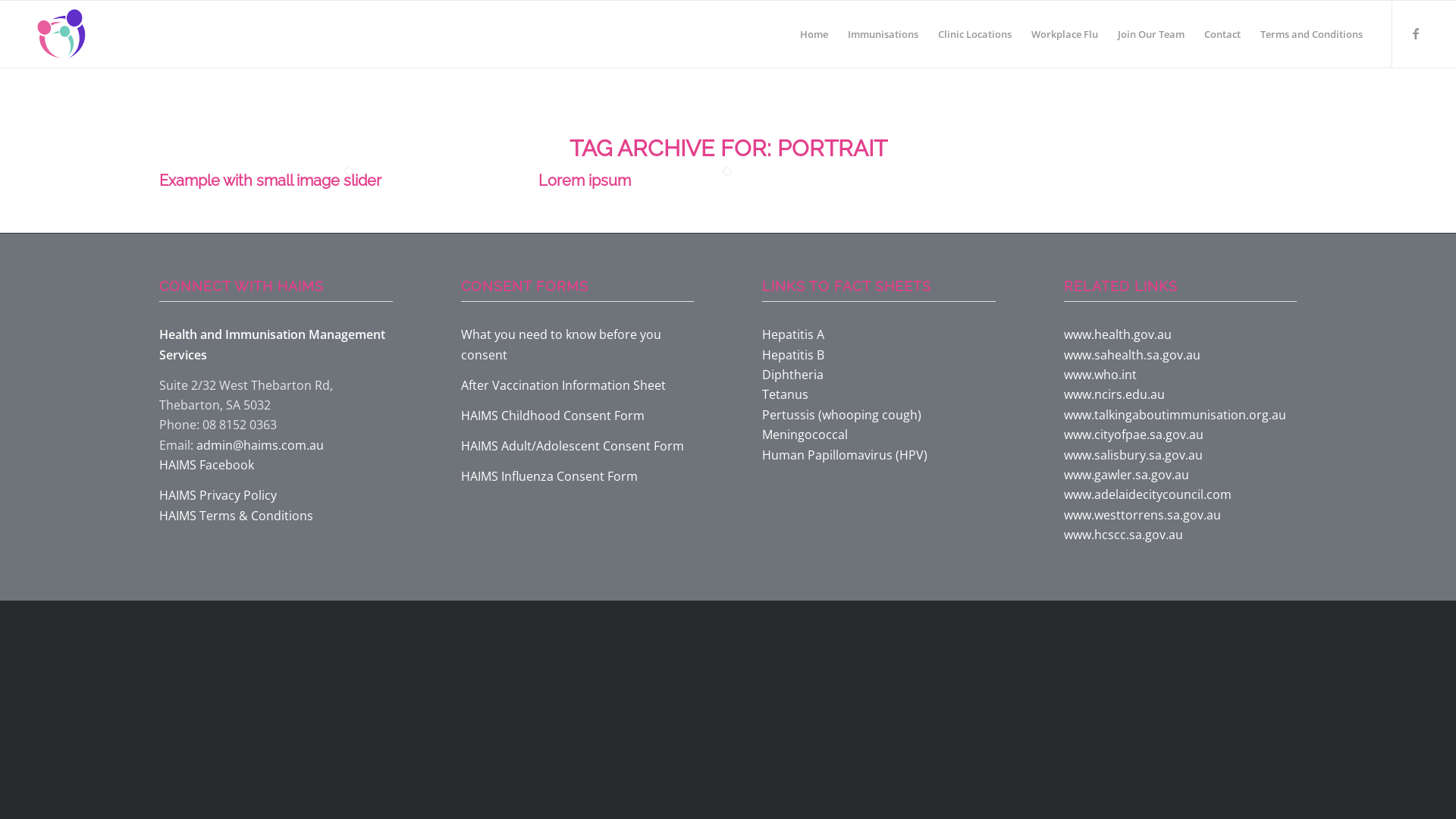 This screenshot has height=819, width=1456. What do you see at coordinates (1141, 513) in the screenshot?
I see `'www.westtorrens.sa.gov.au'` at bounding box center [1141, 513].